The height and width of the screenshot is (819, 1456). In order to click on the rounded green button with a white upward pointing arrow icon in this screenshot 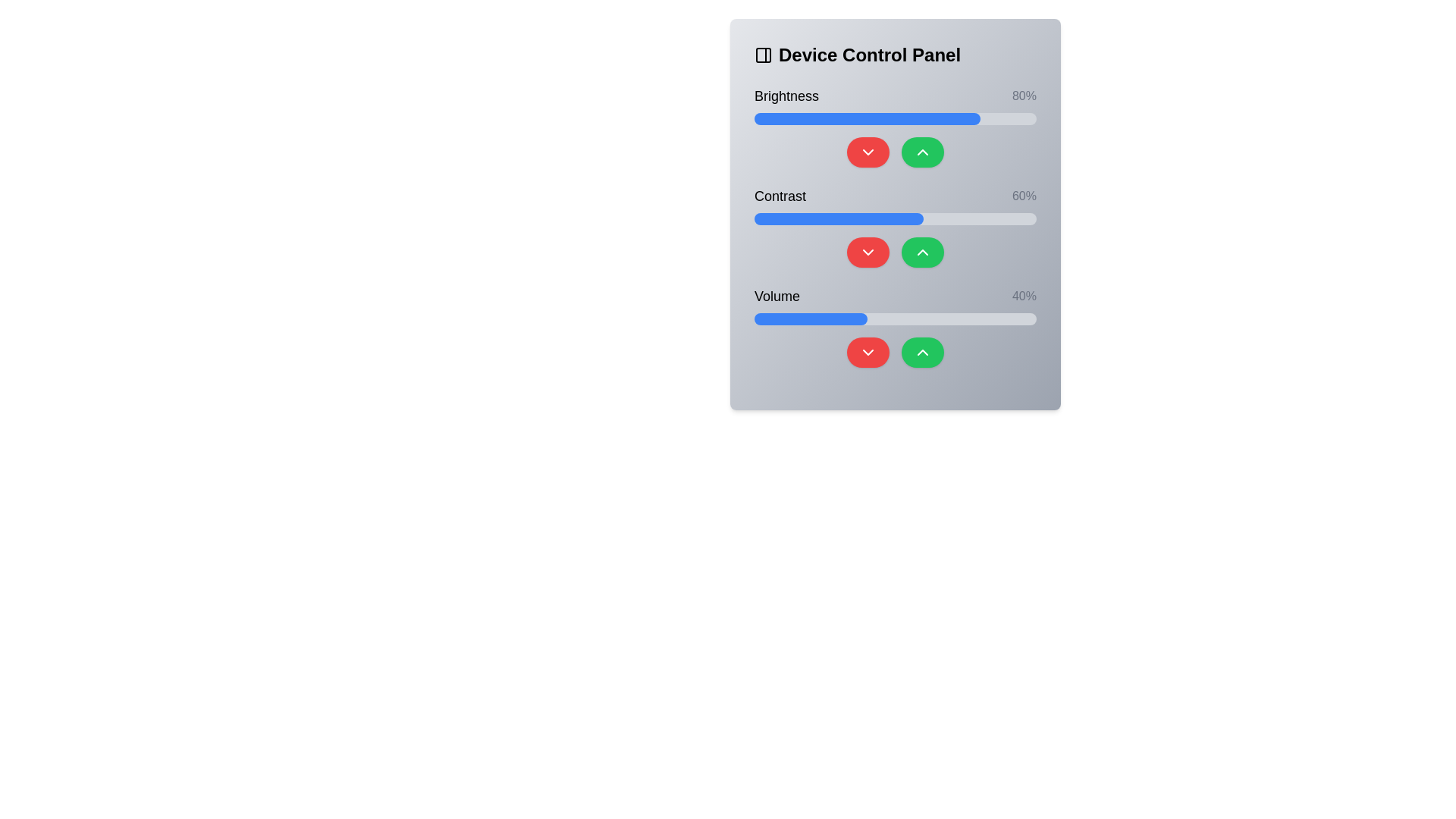, I will do `click(922, 353)`.